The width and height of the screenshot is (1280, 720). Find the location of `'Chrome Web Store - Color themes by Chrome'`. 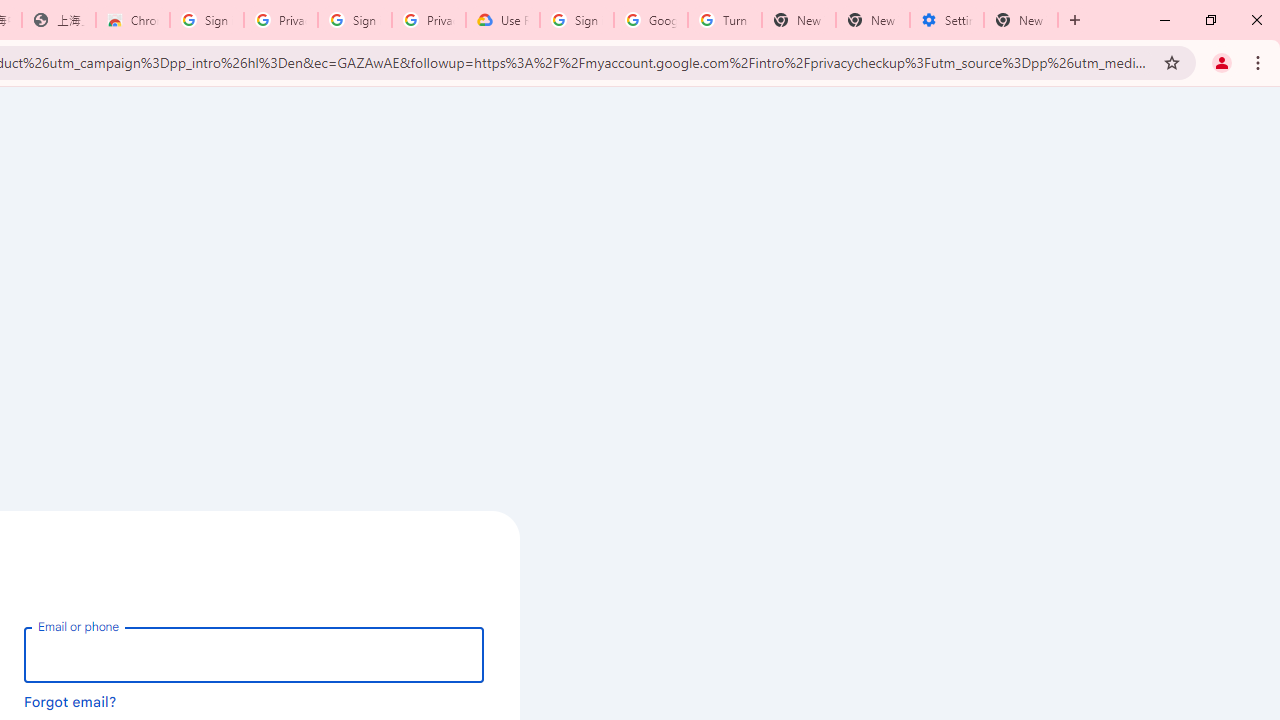

'Chrome Web Store - Color themes by Chrome' is located at coordinates (132, 20).